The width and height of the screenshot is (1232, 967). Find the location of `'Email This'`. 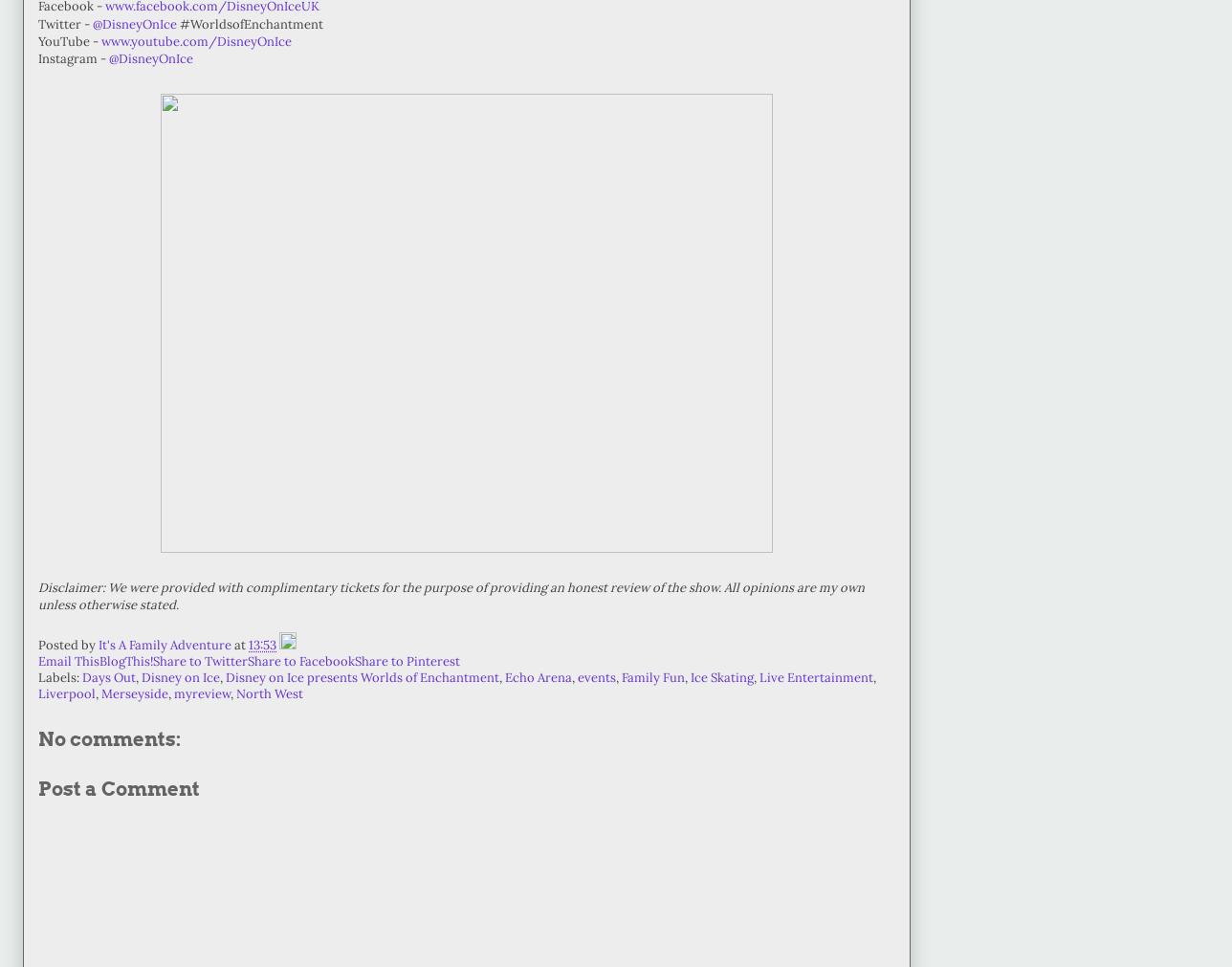

'Email This' is located at coordinates (68, 660).